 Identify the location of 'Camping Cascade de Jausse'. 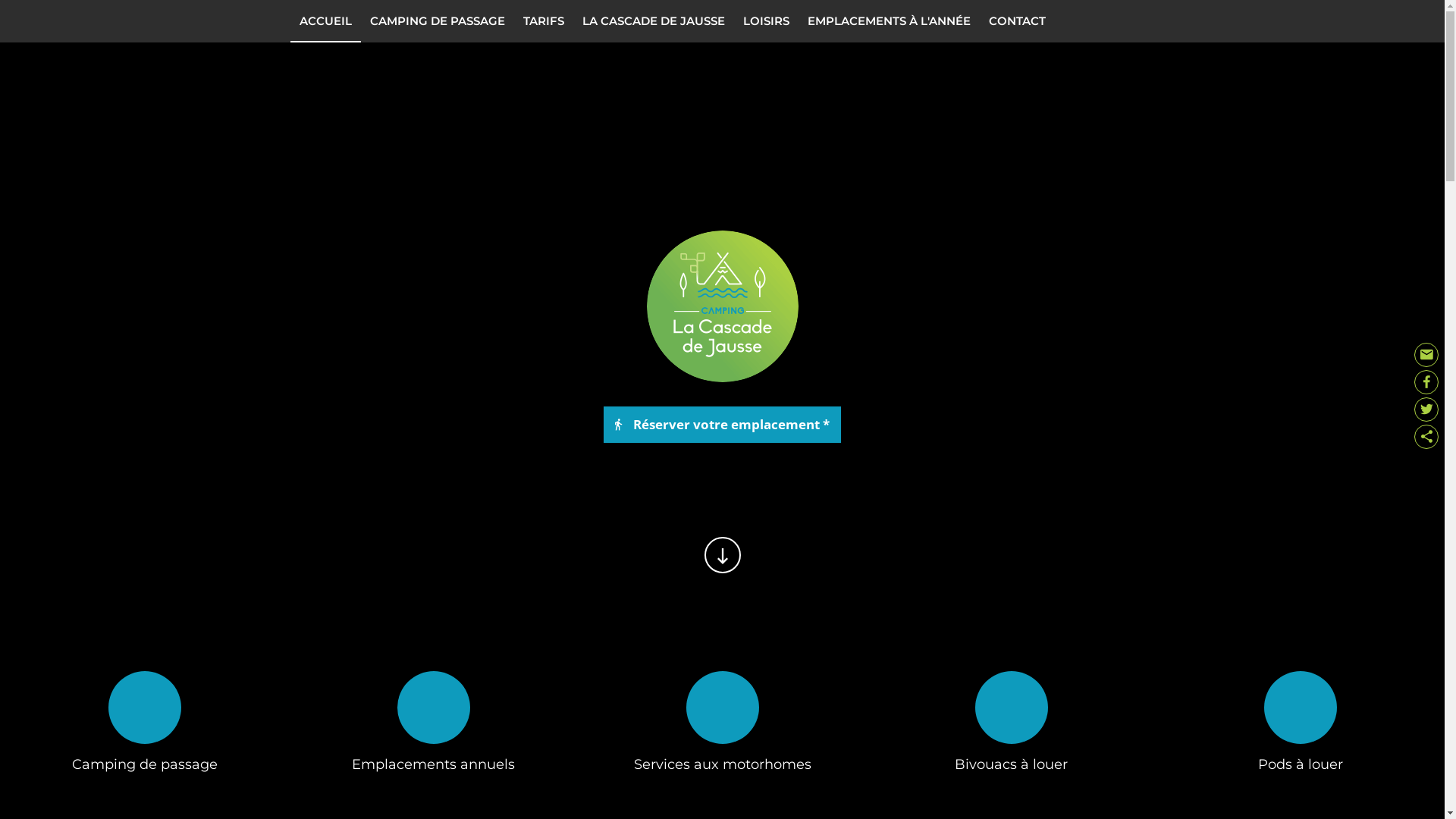
(720, 306).